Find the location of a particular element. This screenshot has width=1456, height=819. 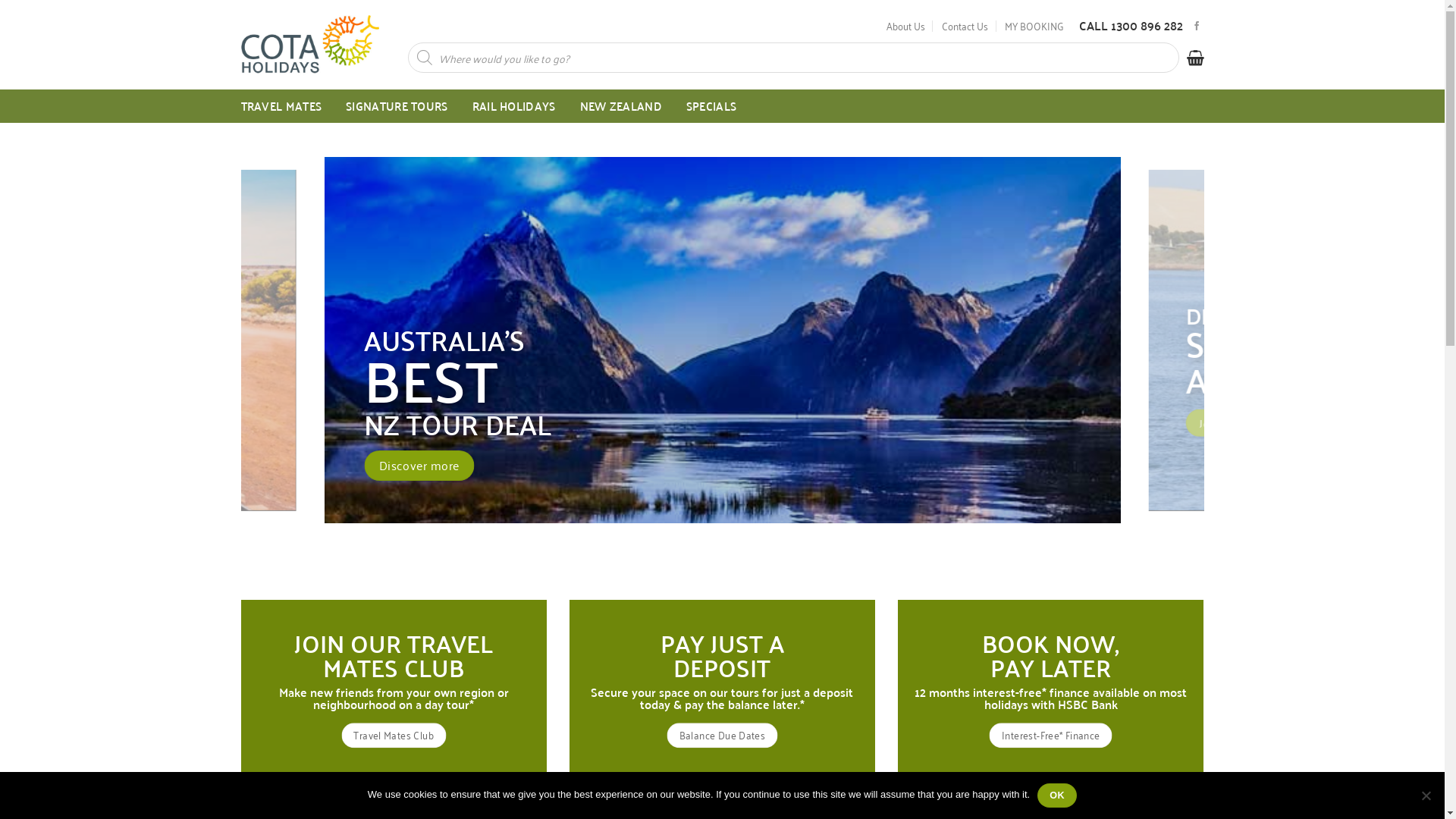

'SPECIALS' is located at coordinates (710, 105).